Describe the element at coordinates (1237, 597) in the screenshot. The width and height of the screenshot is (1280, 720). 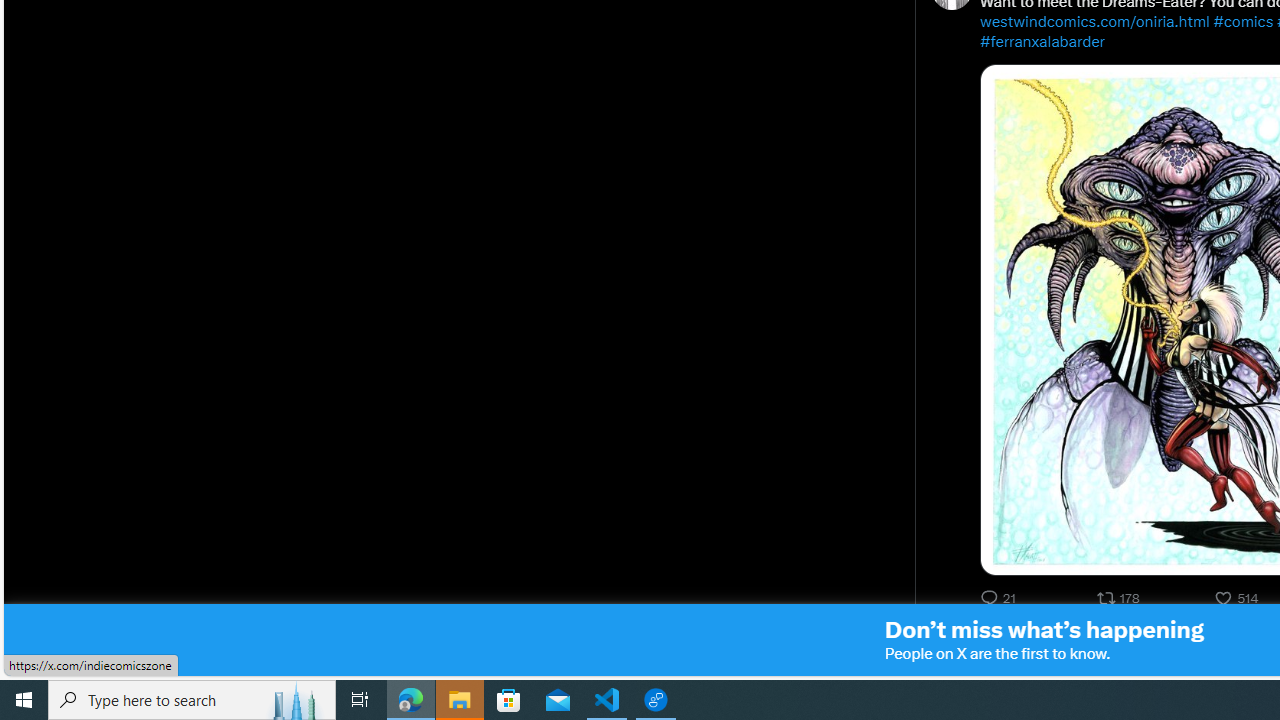
I see `'514 Likes. Like'` at that location.